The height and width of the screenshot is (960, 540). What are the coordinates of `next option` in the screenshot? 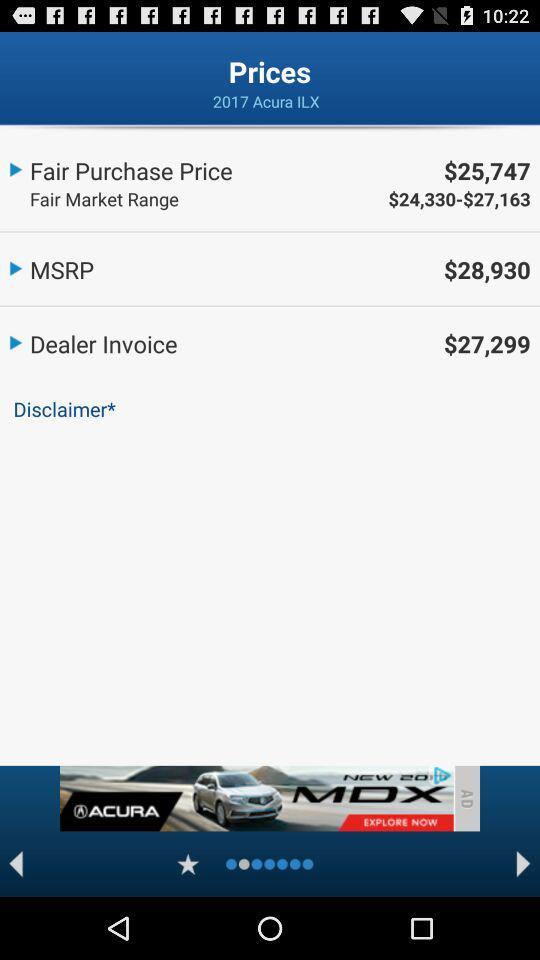 It's located at (523, 863).